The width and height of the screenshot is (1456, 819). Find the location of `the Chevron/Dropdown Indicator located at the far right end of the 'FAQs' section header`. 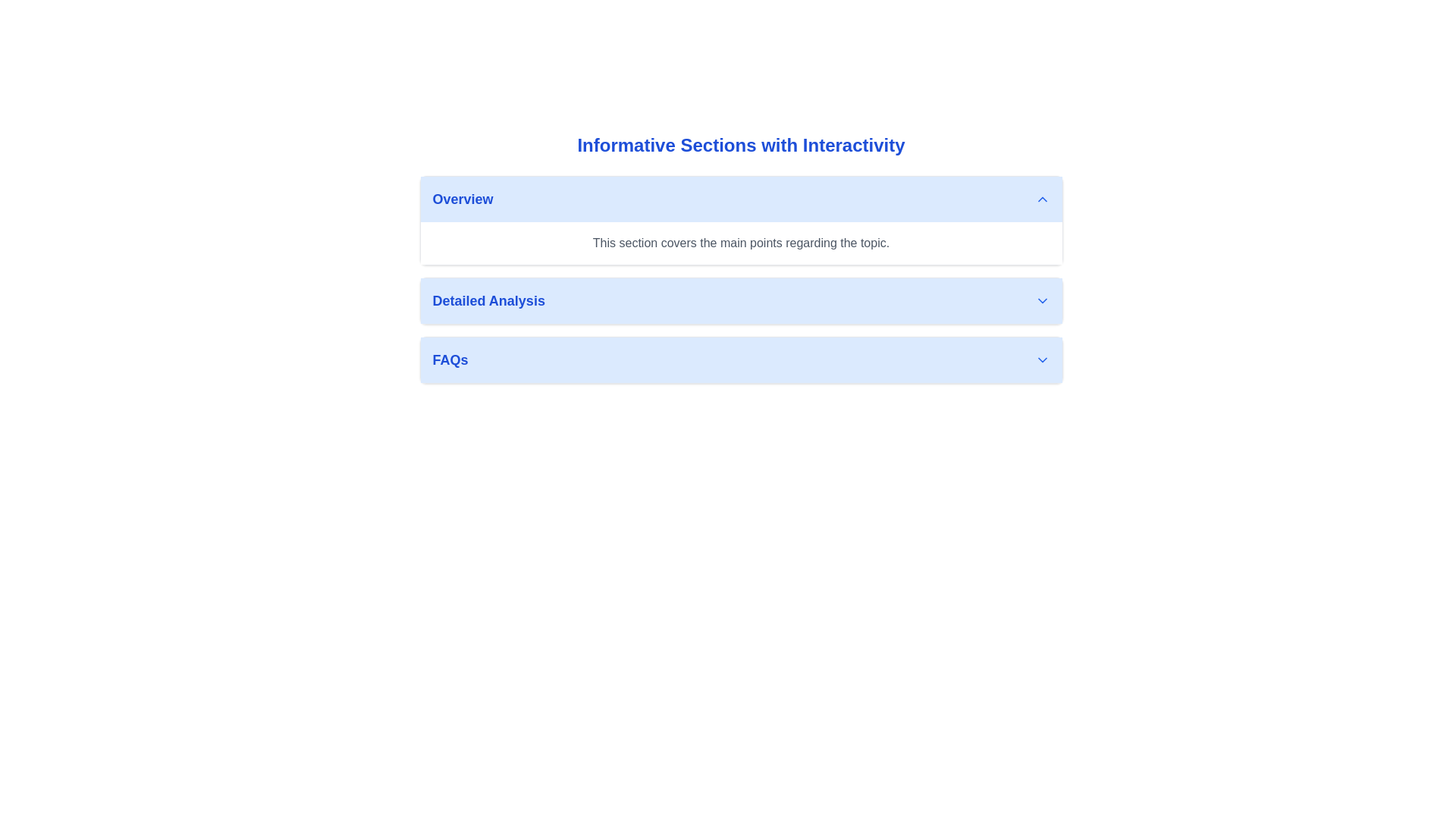

the Chevron/Dropdown Indicator located at the far right end of the 'FAQs' section header is located at coordinates (1041, 359).